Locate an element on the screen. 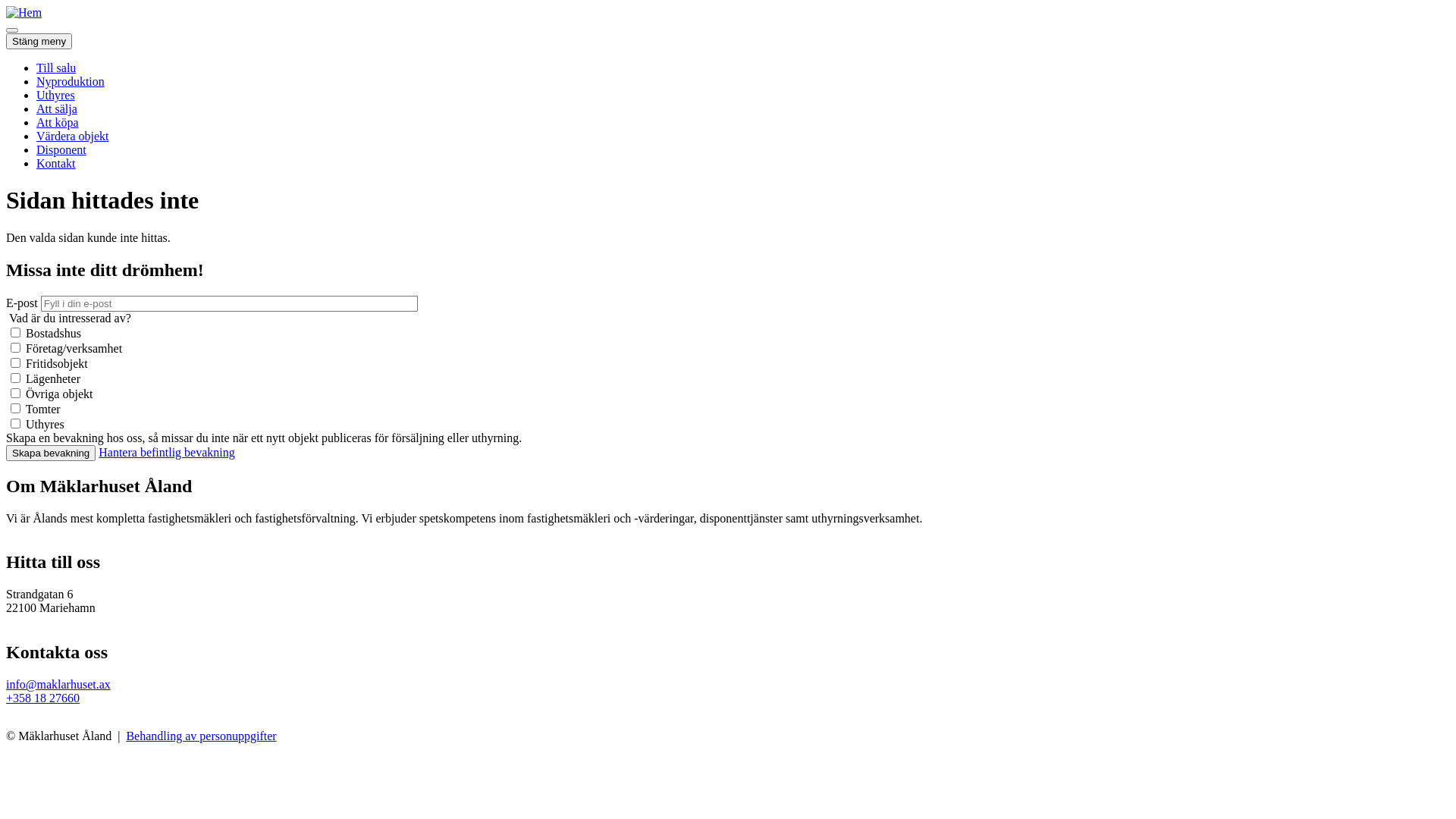  '+358 18 27660' is located at coordinates (42, 698).